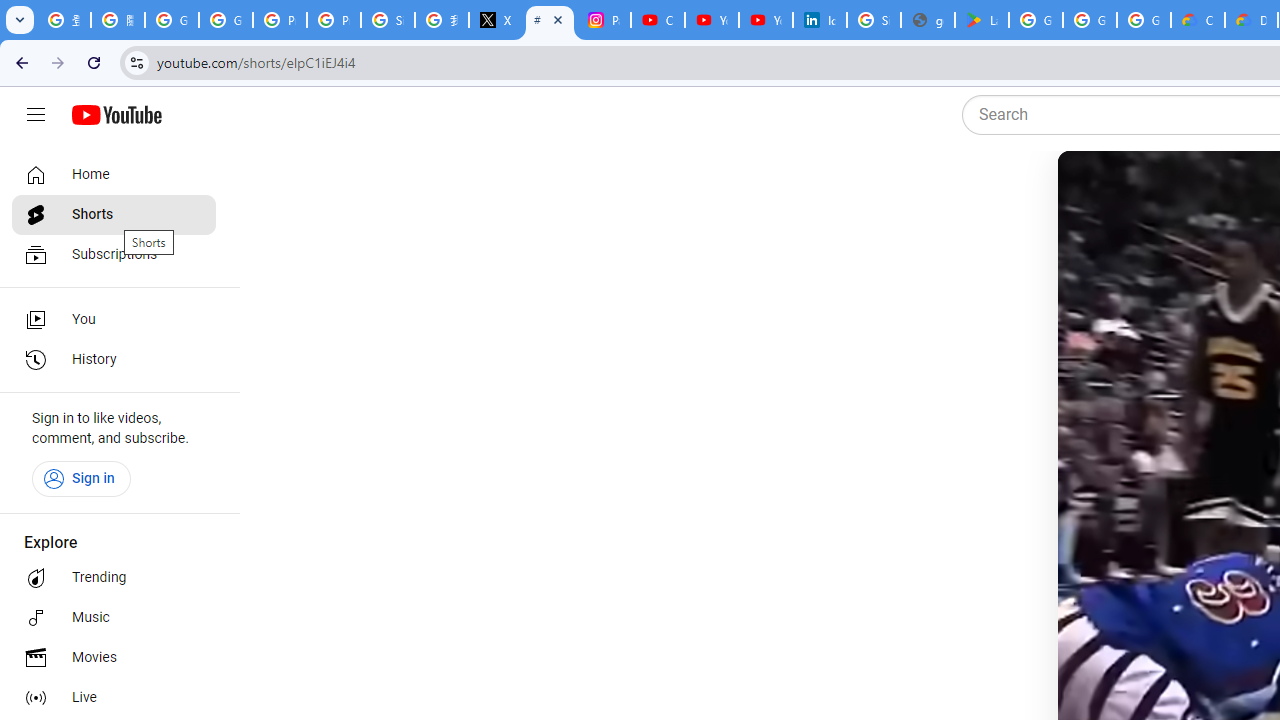  What do you see at coordinates (874, 20) in the screenshot?
I see `'Sign in - Google Accounts'` at bounding box center [874, 20].